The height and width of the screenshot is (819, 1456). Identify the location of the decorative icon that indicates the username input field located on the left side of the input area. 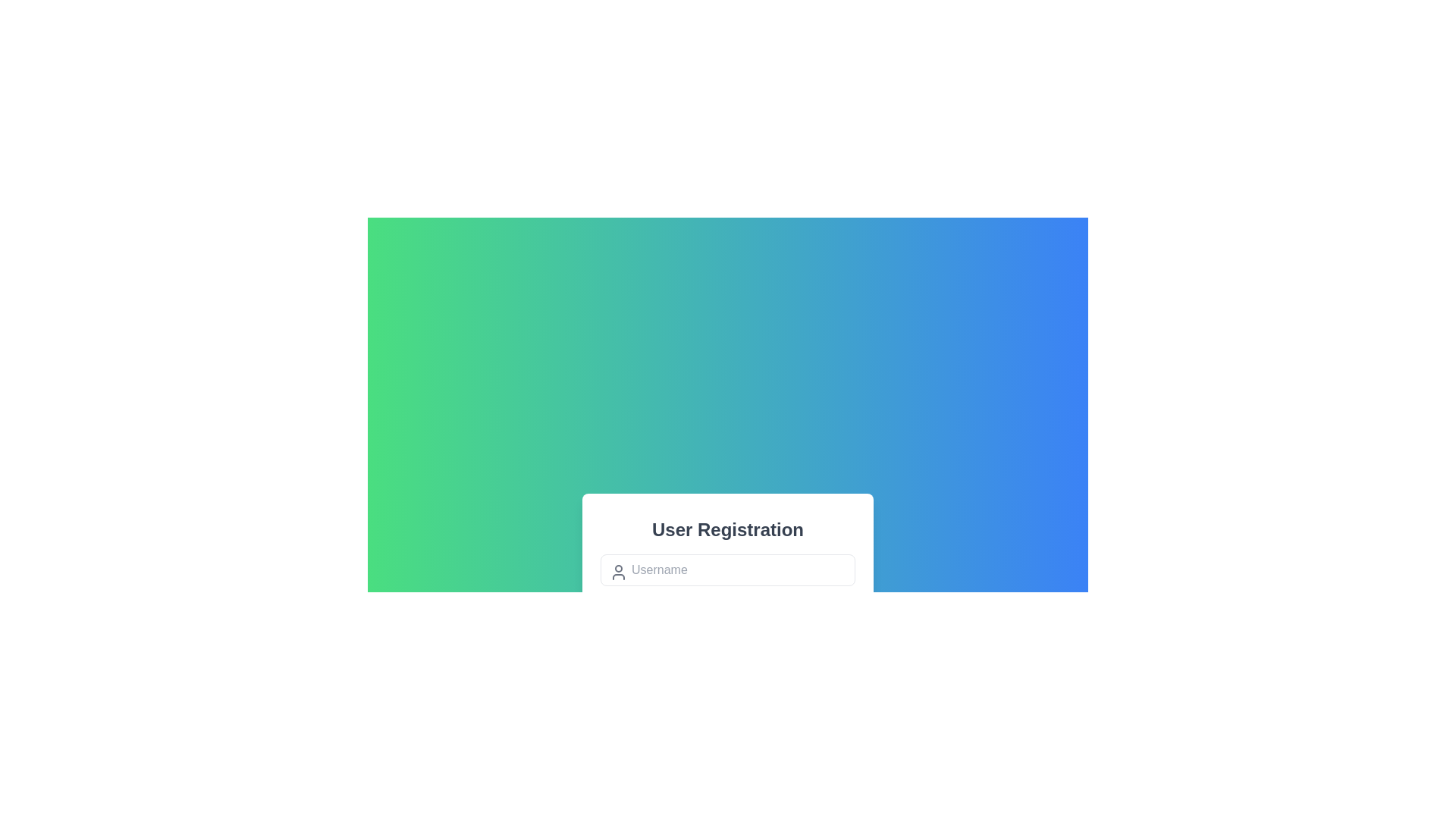
(619, 571).